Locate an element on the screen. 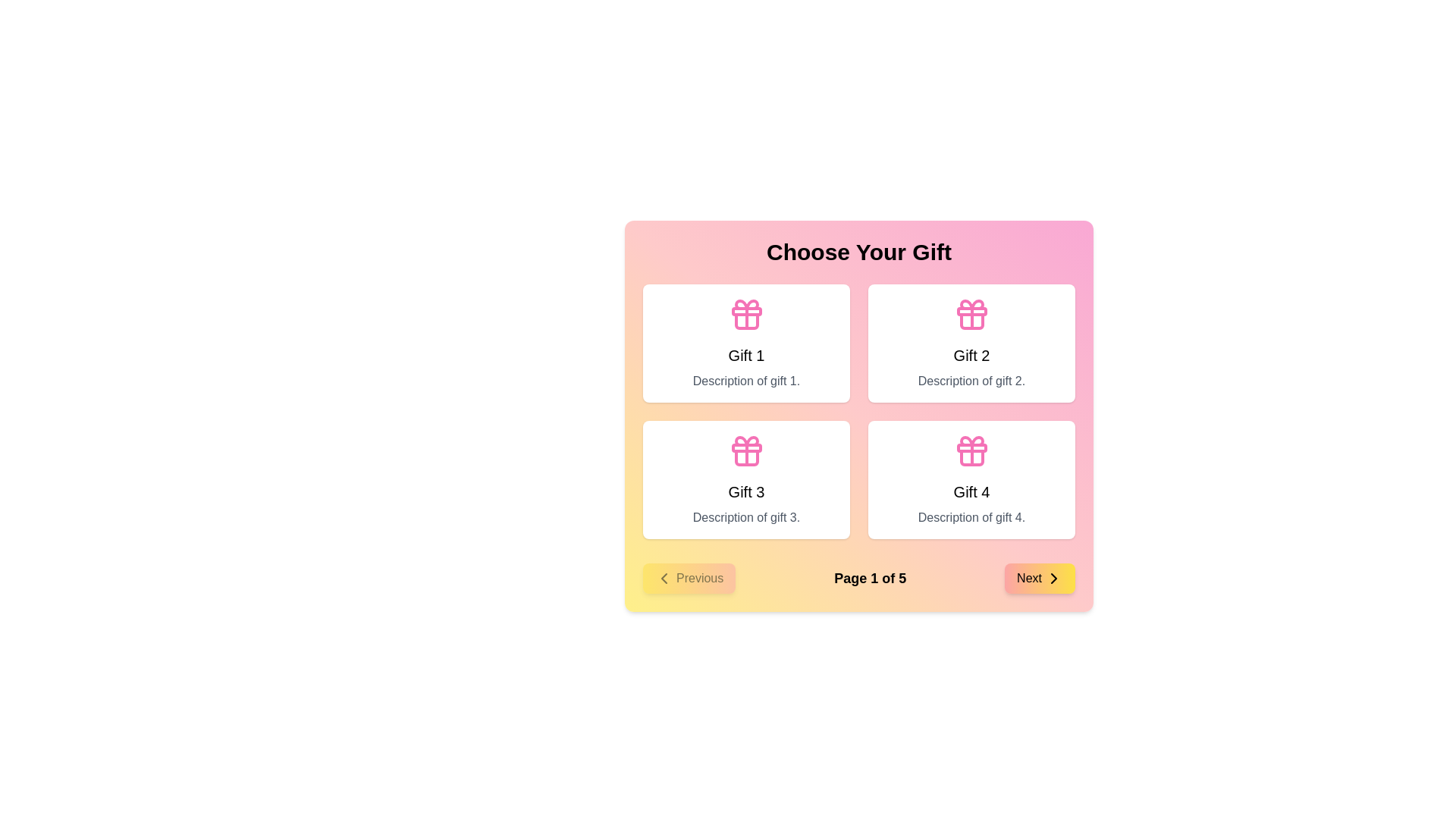  the Text label that provides a description for the first gift option presented in the list, located below the 'Gift 1' heading text and centrally aligned within the card is located at coordinates (746, 380).